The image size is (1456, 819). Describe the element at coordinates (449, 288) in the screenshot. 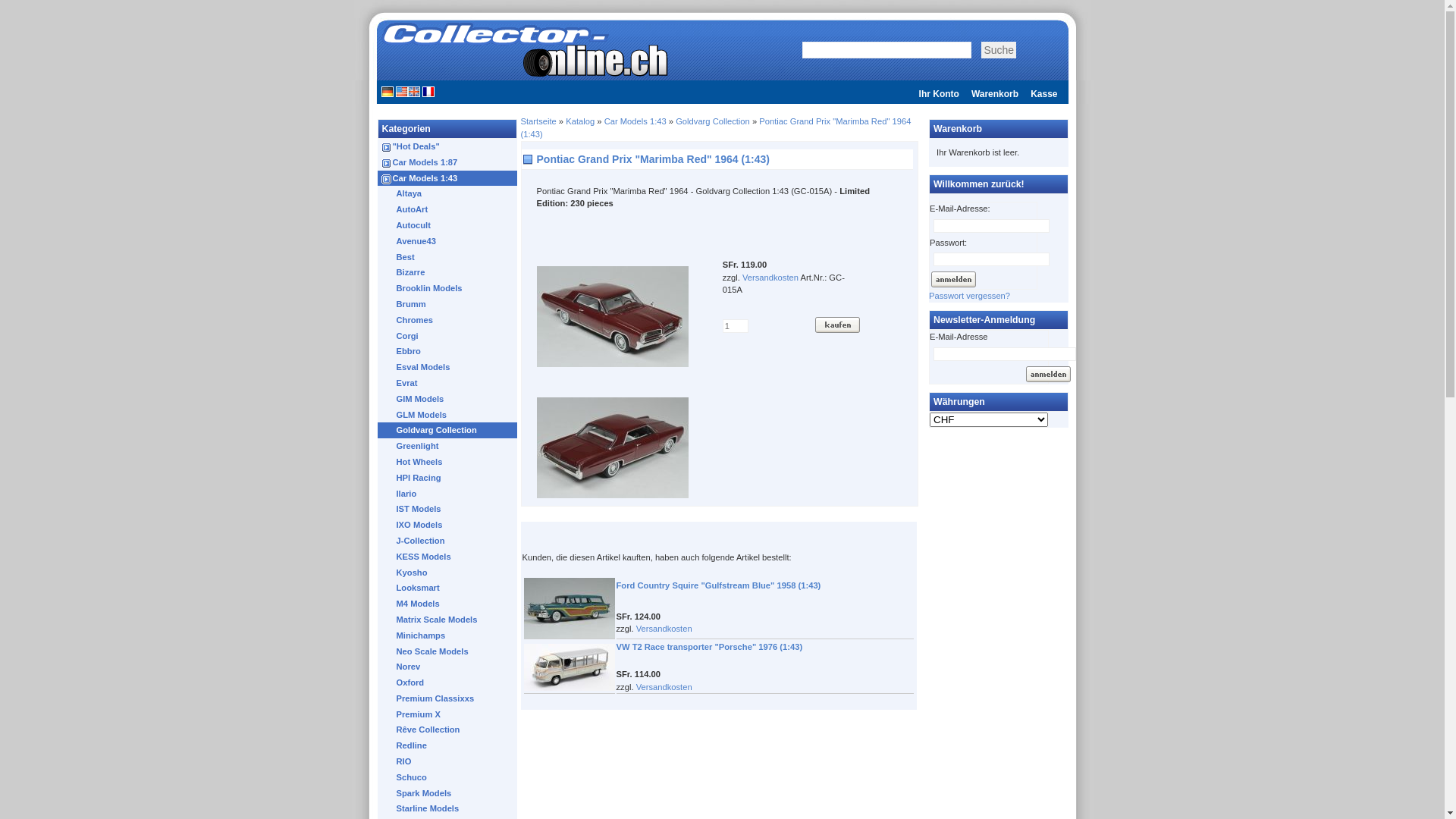

I see `'Brooklin Models'` at that location.